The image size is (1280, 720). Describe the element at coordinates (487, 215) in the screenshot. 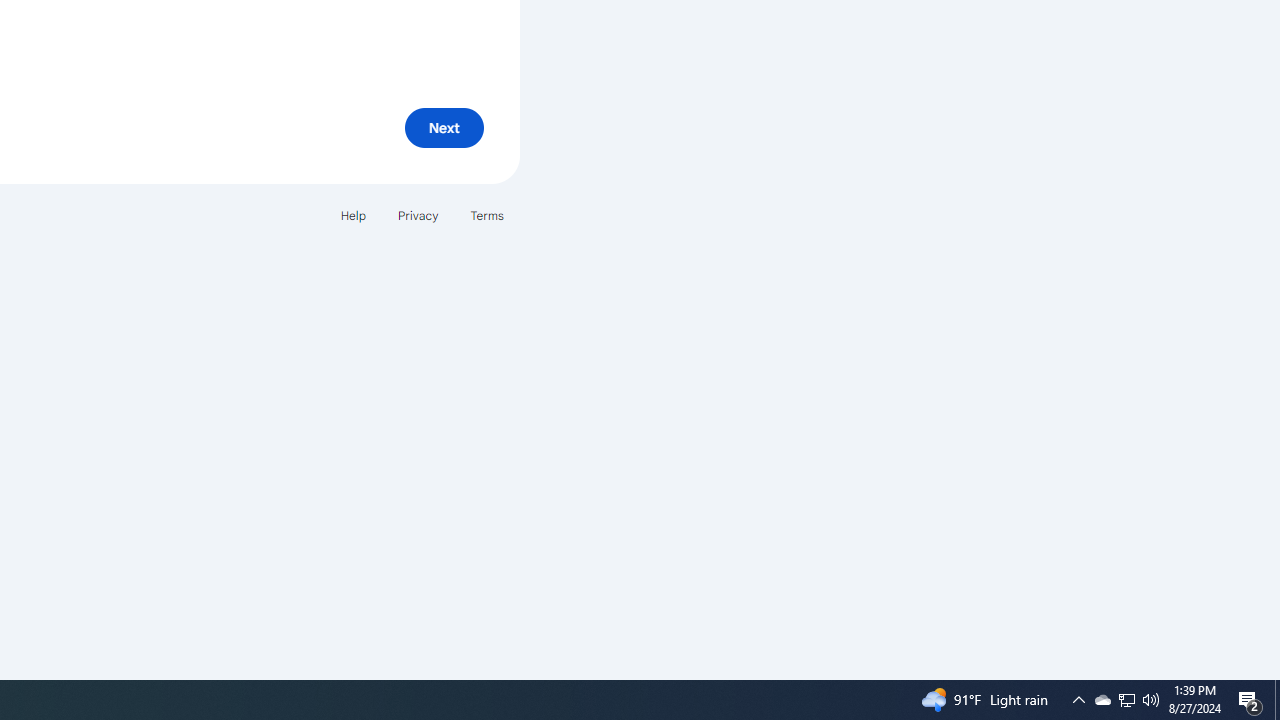

I see `'Terms'` at that location.